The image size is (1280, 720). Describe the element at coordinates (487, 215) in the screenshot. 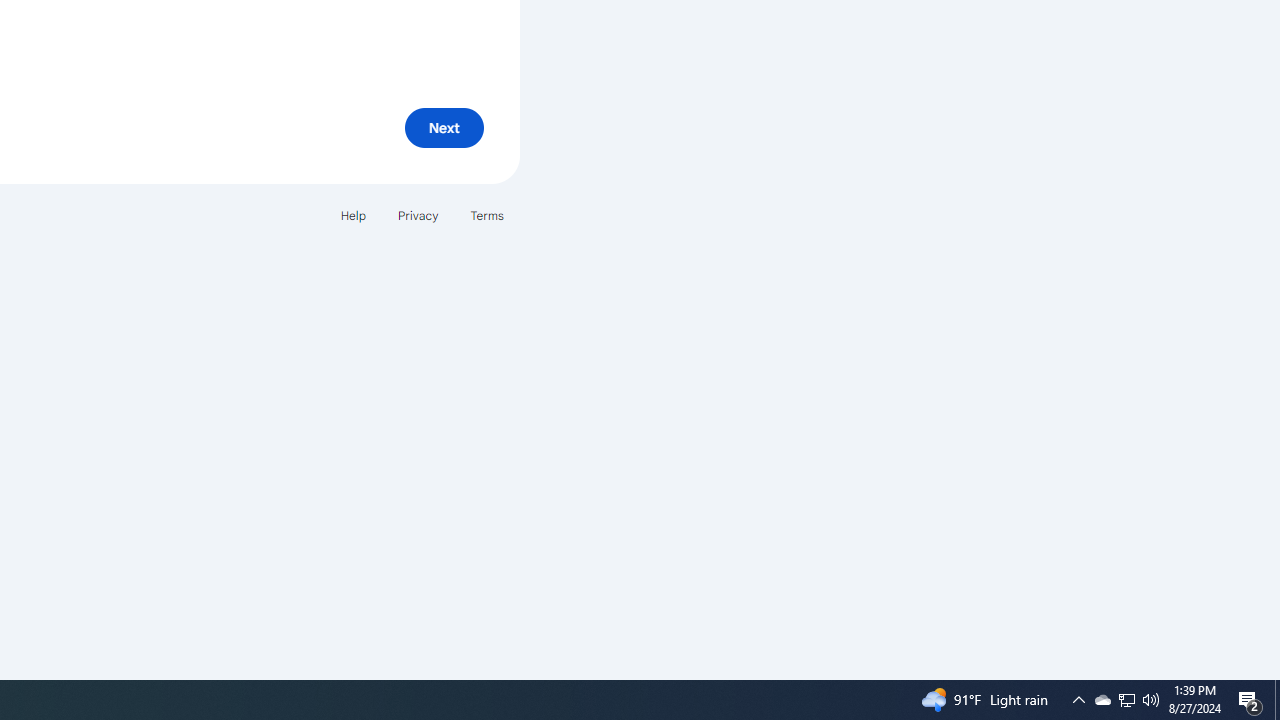

I see `'Terms'` at that location.